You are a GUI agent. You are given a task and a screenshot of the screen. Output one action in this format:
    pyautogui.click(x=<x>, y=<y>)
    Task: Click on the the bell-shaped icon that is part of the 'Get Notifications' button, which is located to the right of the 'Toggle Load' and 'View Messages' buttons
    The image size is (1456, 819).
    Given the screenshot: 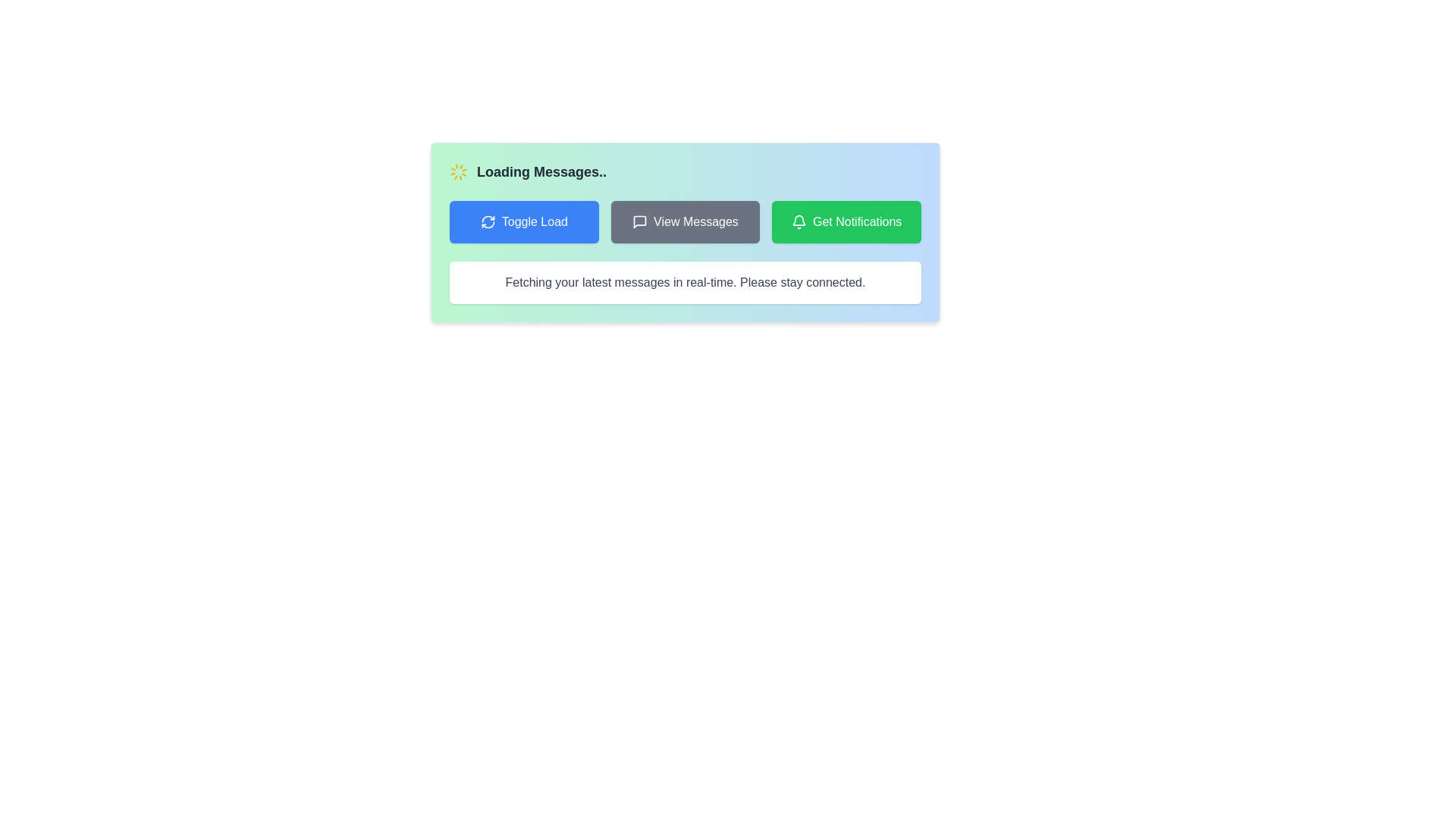 What is the action you would take?
    pyautogui.click(x=798, y=222)
    